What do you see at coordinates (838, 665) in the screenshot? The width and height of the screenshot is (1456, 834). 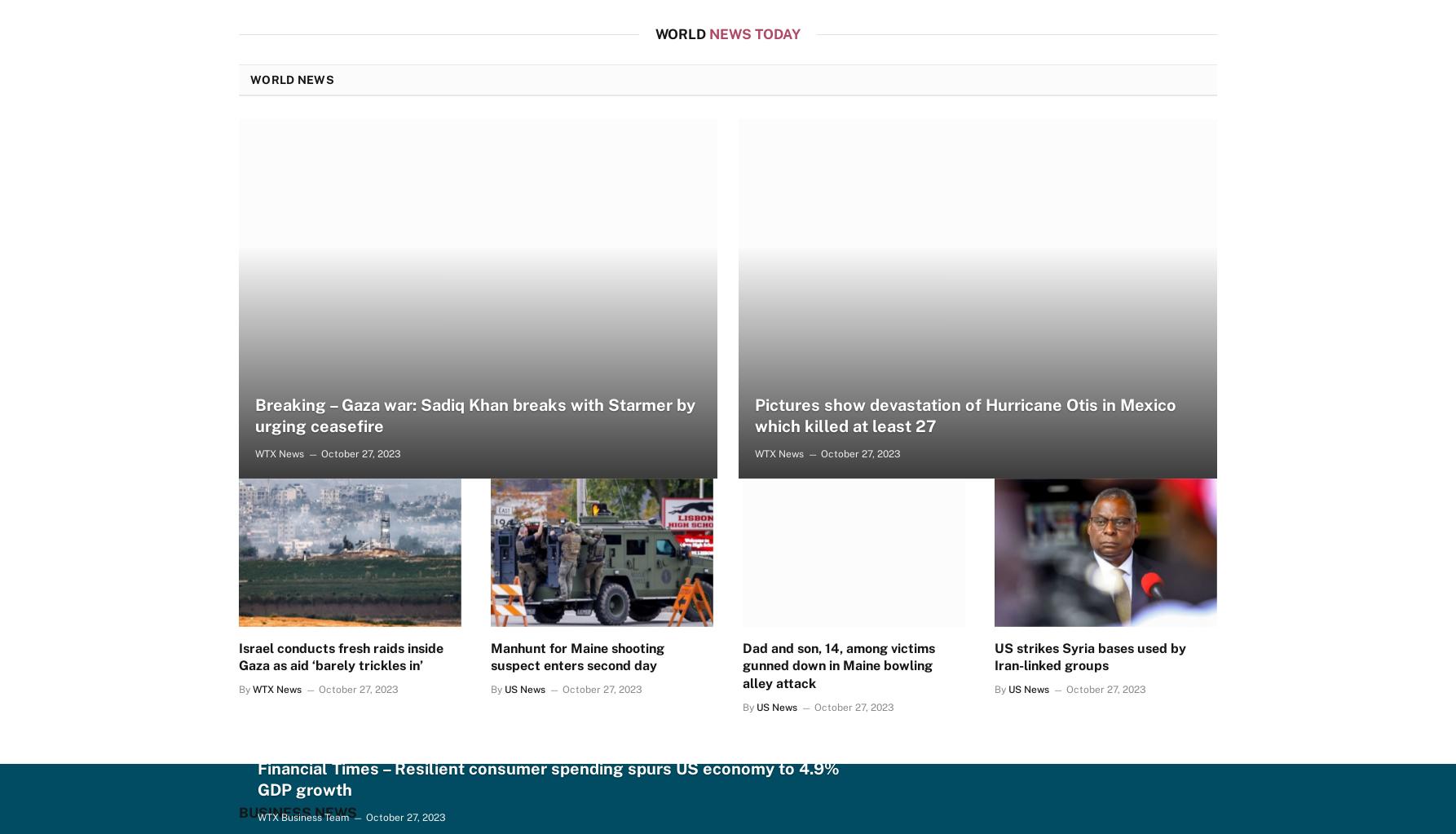 I see `'Dad and son, 14, among victims gunned down in Maine bowling alley attack'` at bounding box center [838, 665].